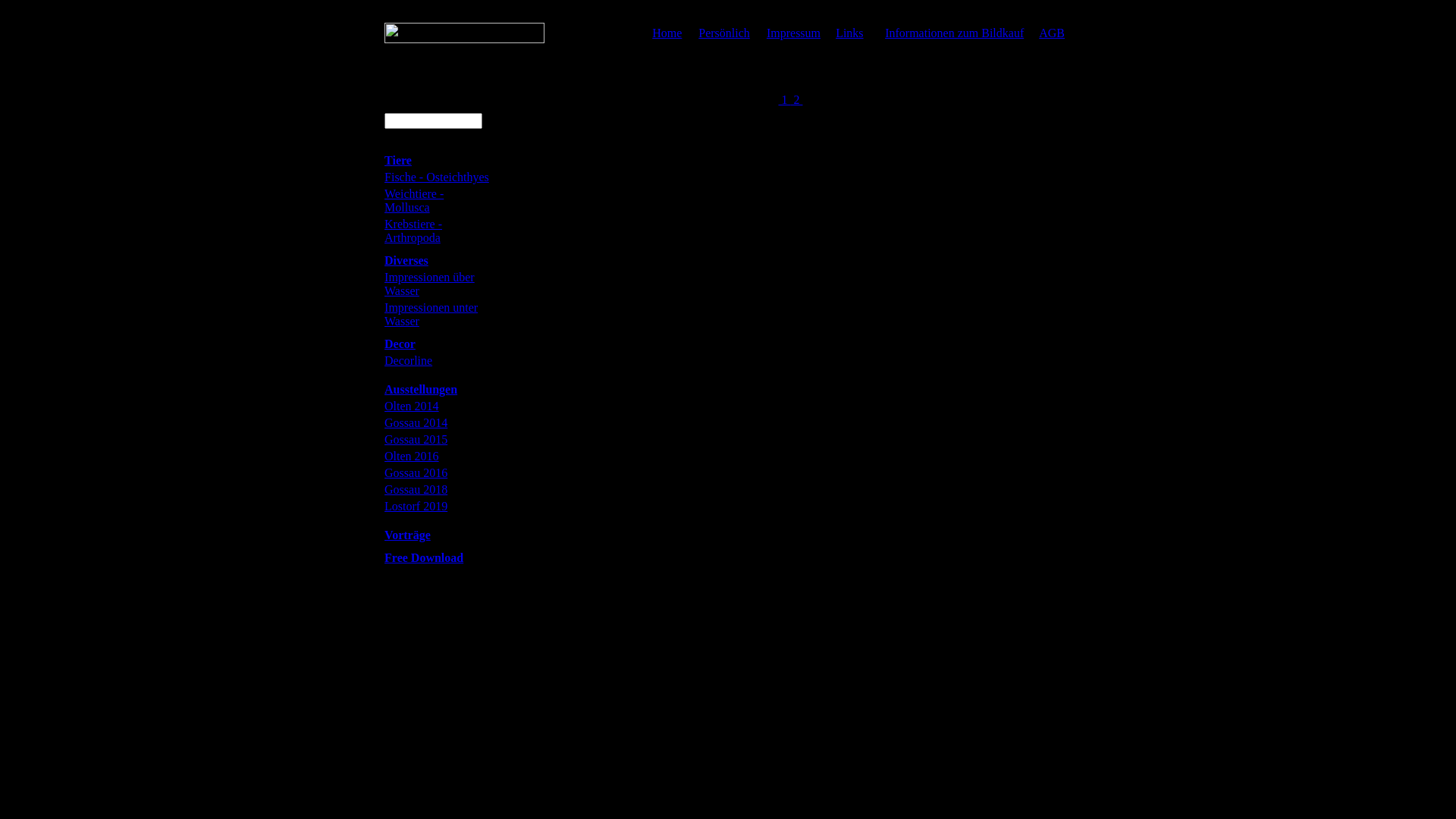 The height and width of the screenshot is (819, 1456). I want to click on 'Fische - Osteichthyes', so click(436, 176).